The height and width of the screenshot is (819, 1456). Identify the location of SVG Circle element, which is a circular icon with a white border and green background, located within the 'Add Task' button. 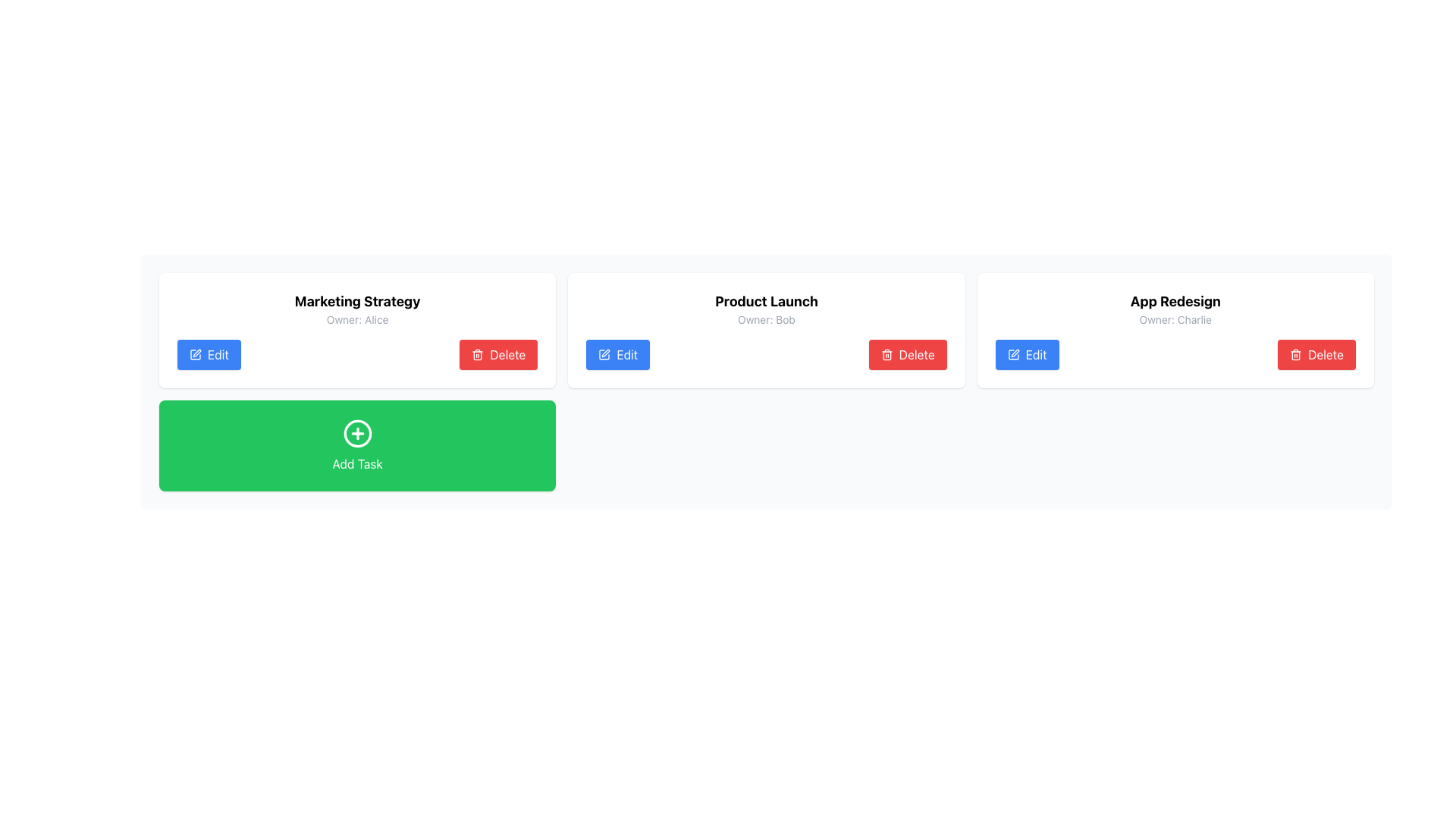
(356, 433).